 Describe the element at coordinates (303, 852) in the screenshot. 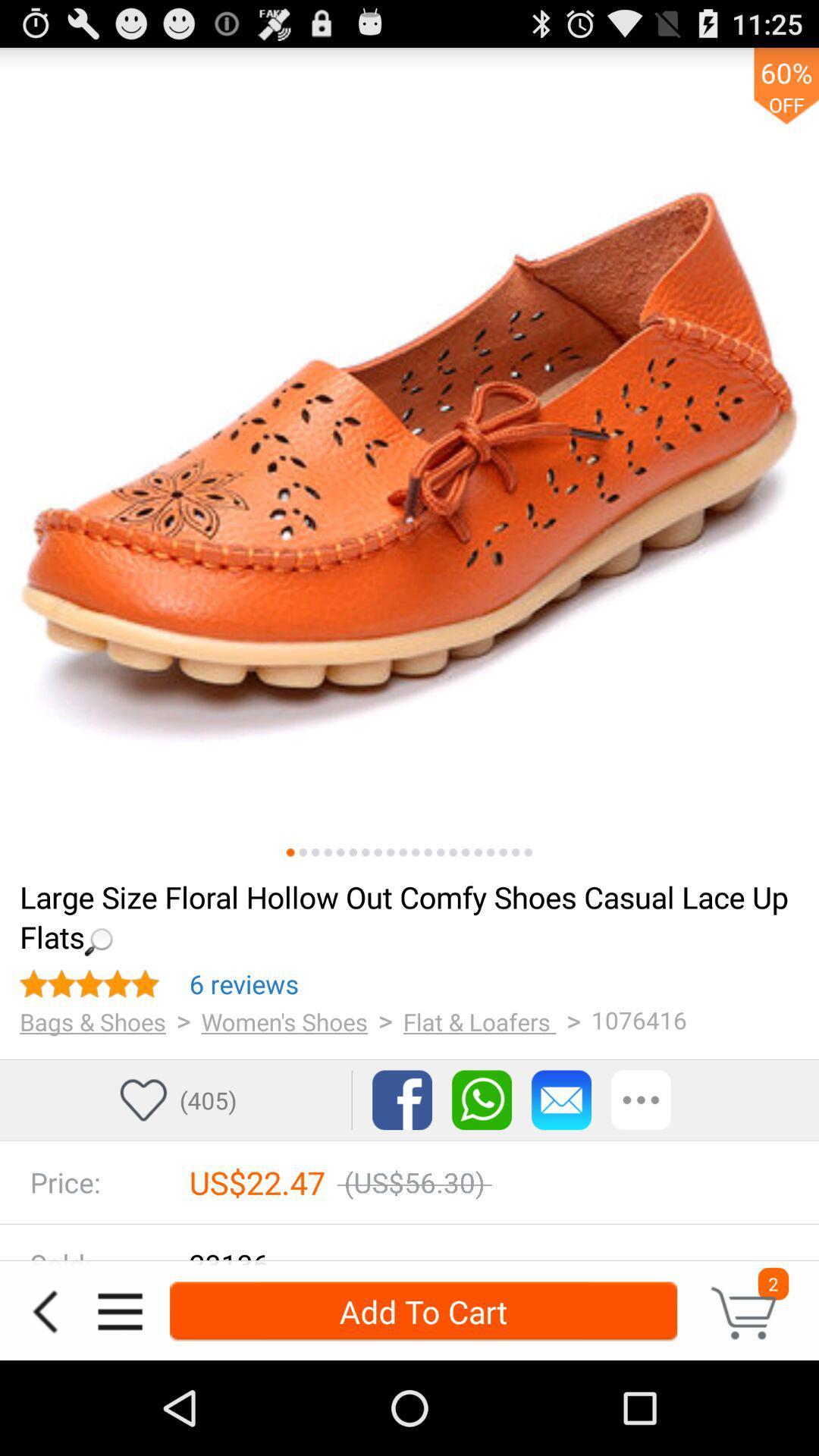

I see `item above loading... icon` at that location.